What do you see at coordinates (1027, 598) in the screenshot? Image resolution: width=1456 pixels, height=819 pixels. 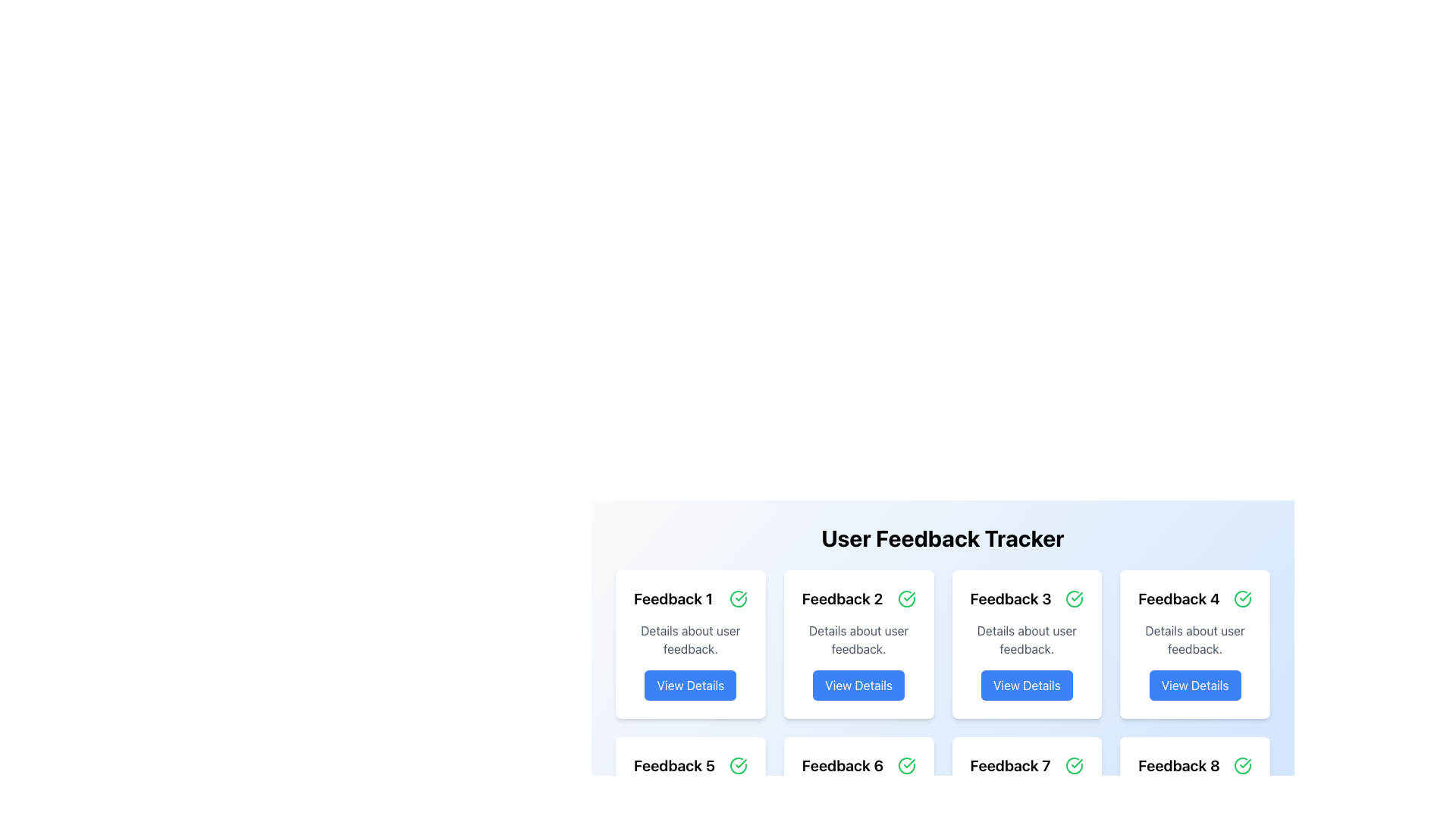 I see `the title label with accompanying icon that indicates specific feedback (e.g., feedback number 3) located at the top of the third card in the first row of the main layout grid` at bounding box center [1027, 598].